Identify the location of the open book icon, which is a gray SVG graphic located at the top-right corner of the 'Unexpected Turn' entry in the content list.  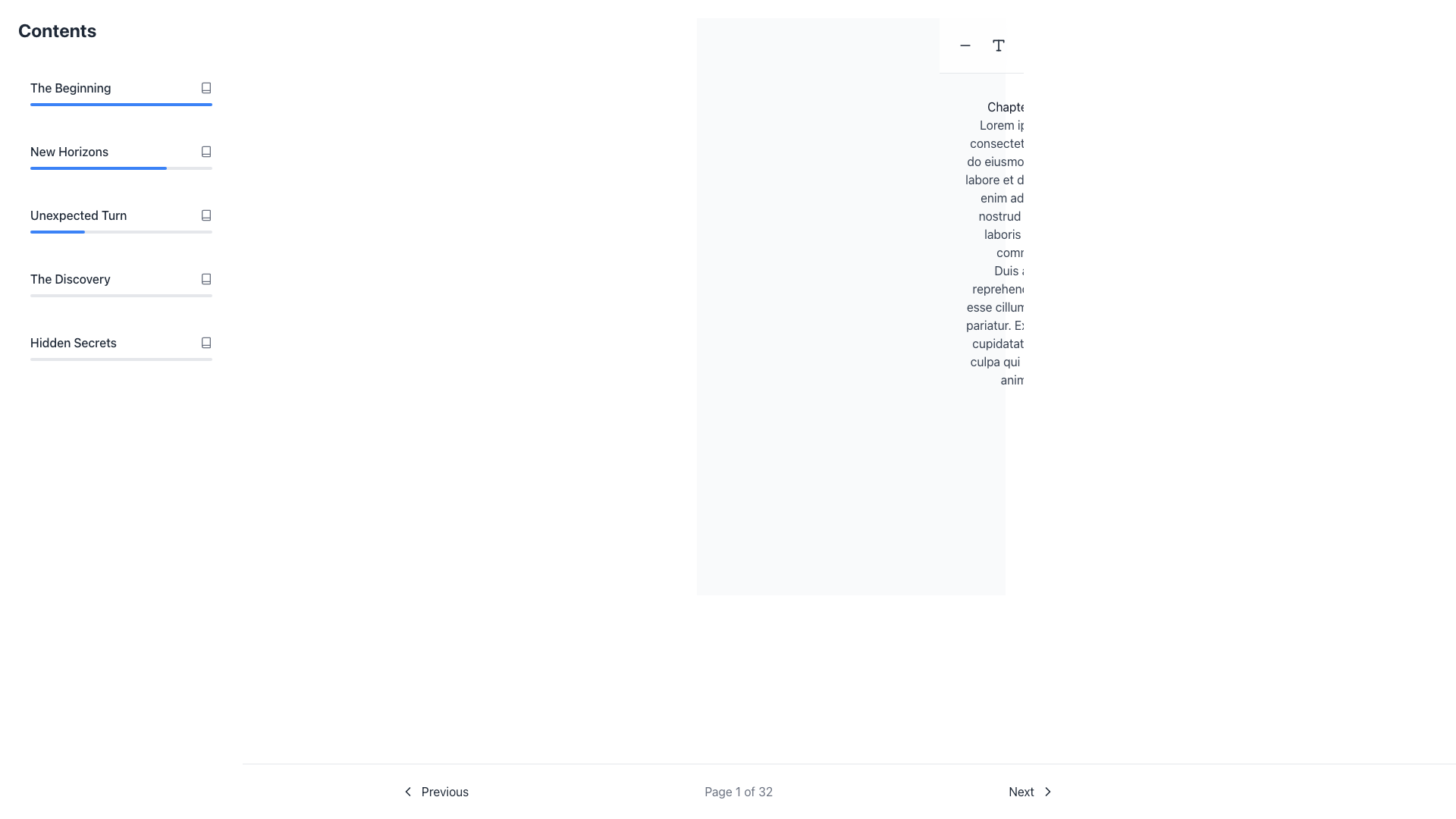
(206, 215).